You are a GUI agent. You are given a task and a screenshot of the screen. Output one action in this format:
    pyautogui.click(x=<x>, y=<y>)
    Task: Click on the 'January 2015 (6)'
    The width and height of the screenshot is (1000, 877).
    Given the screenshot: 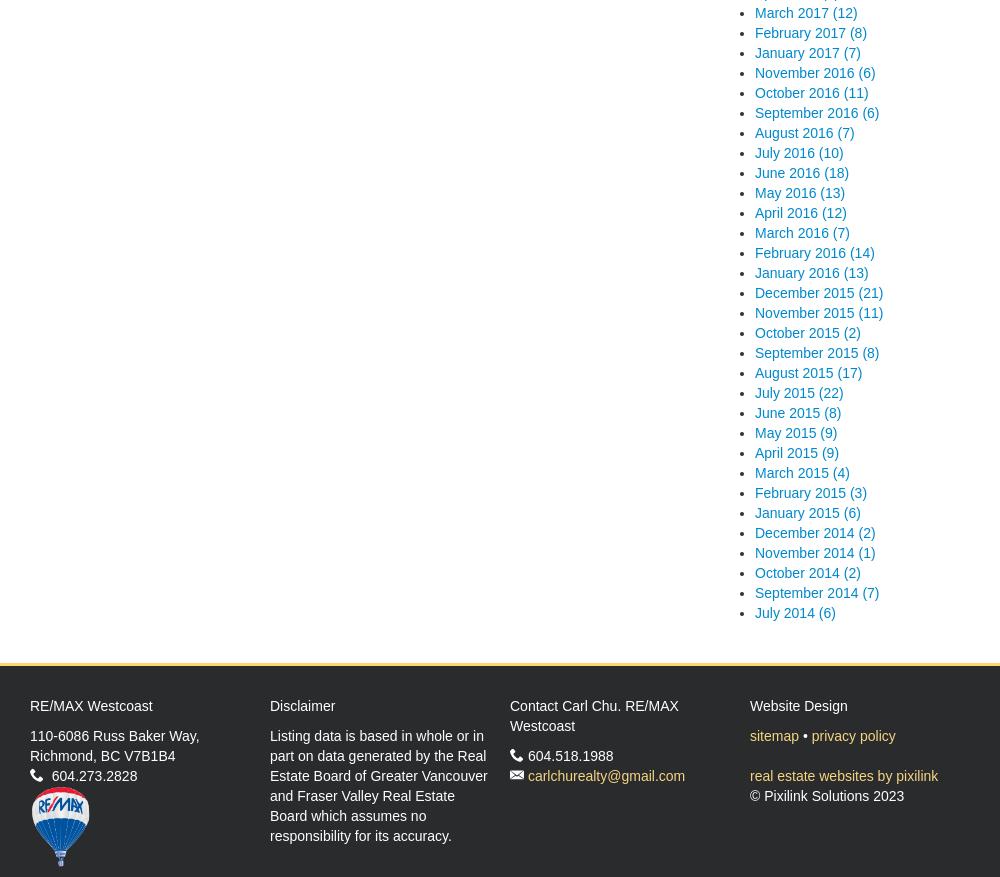 What is the action you would take?
    pyautogui.click(x=807, y=511)
    